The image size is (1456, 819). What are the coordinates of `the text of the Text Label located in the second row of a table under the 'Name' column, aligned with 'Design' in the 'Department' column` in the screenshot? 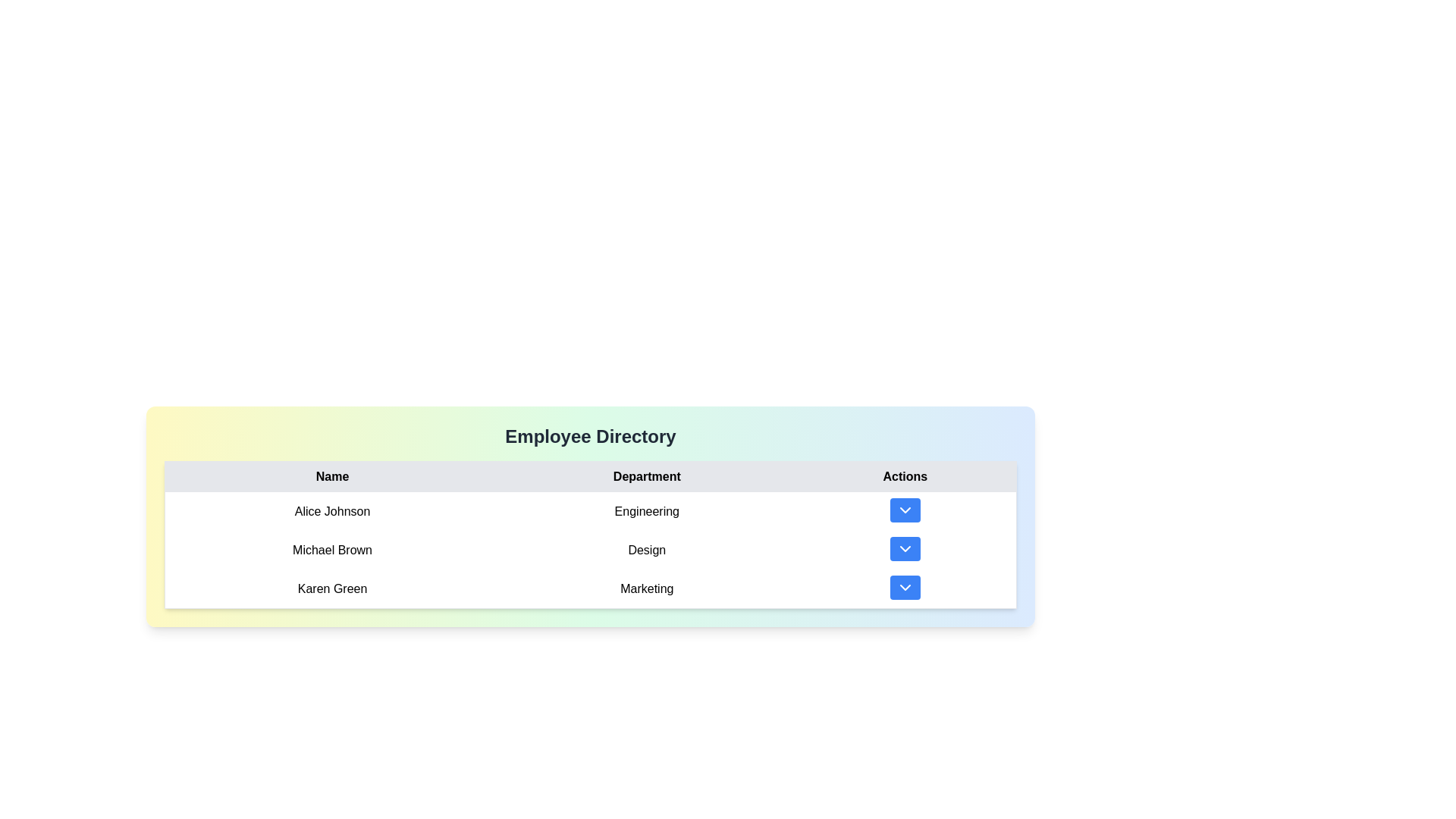 It's located at (331, 550).